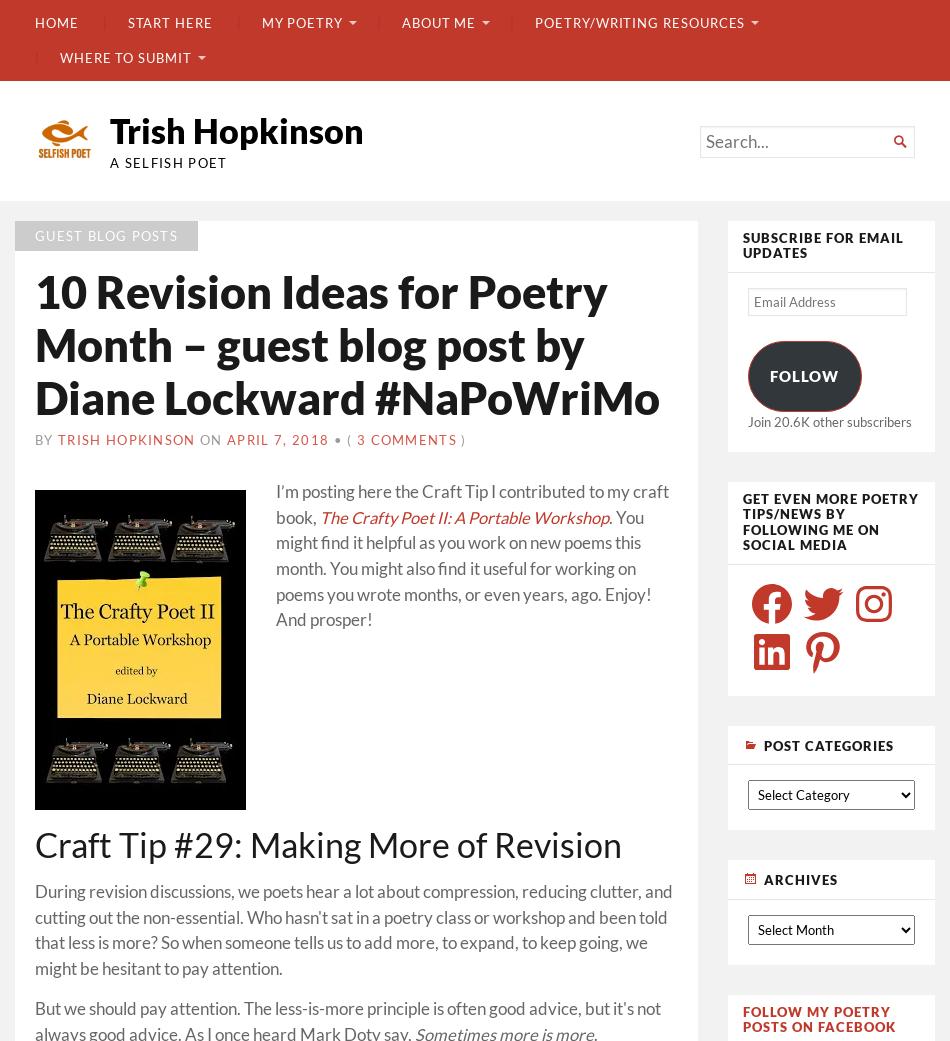  Describe the element at coordinates (168, 161) in the screenshot. I see `'A selfish poet'` at that location.